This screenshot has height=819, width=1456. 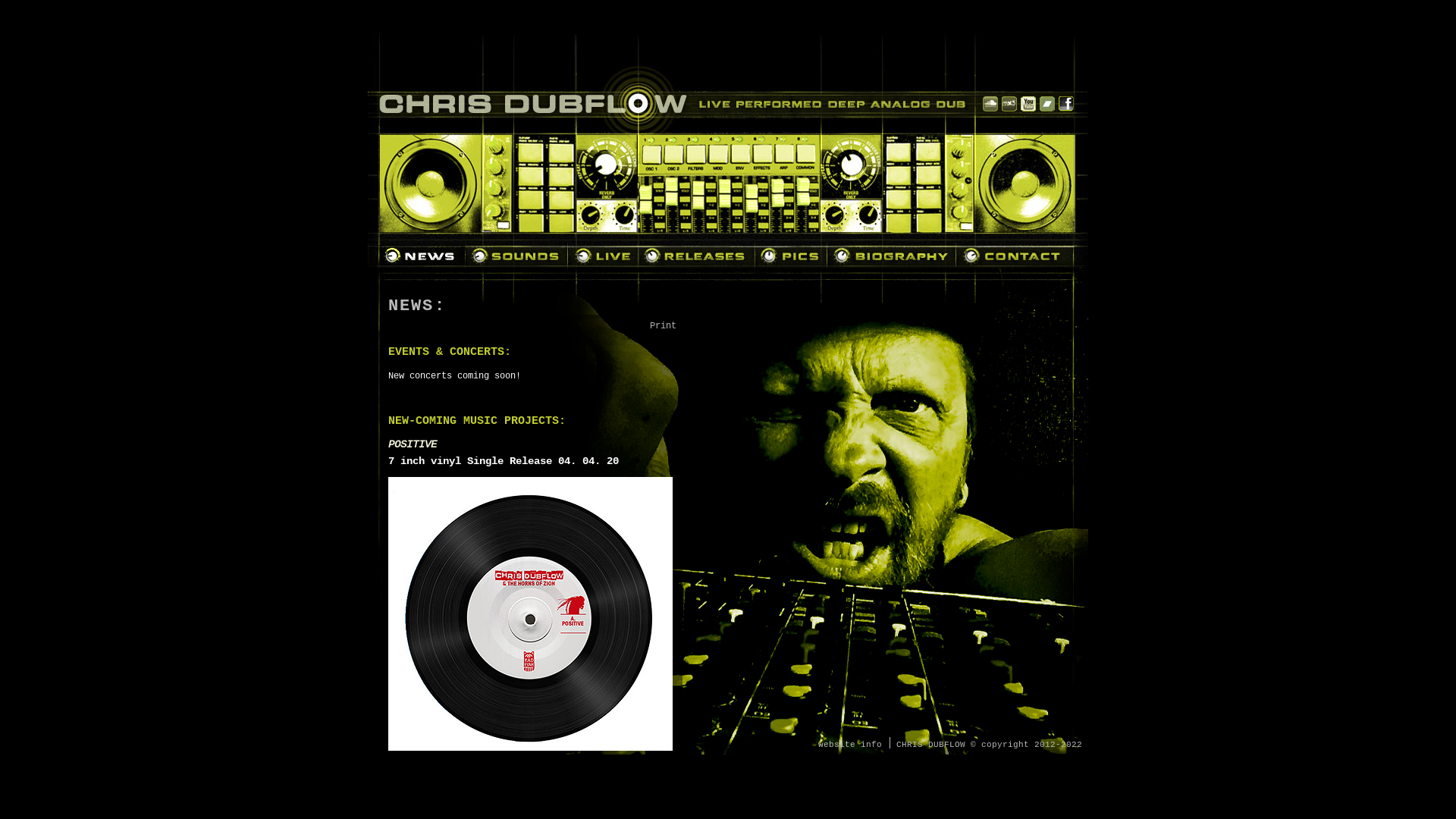 I want to click on 'SOUNCLOUD', so click(x=990, y=103).